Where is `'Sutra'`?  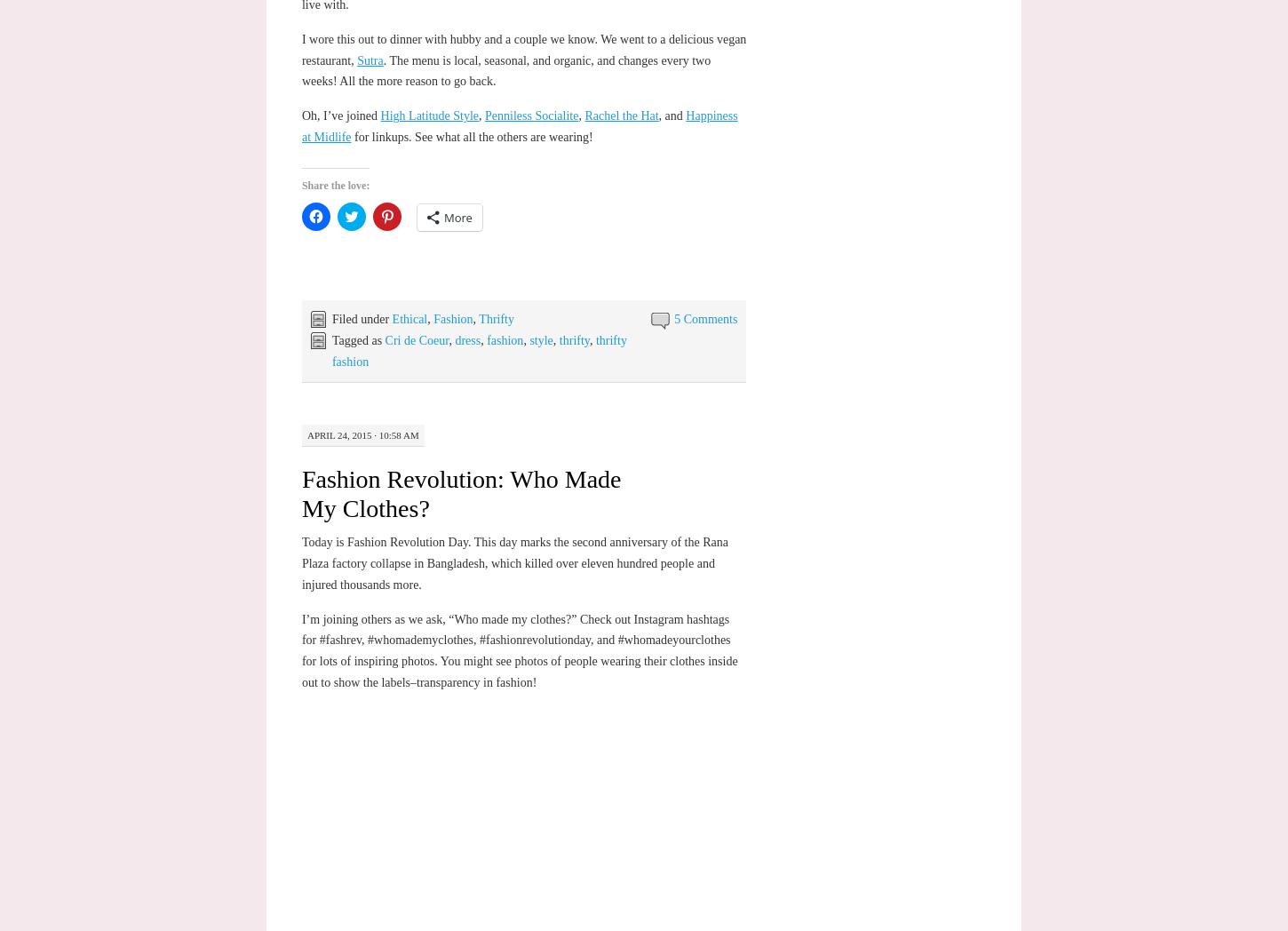
'Sutra' is located at coordinates (369, 60).